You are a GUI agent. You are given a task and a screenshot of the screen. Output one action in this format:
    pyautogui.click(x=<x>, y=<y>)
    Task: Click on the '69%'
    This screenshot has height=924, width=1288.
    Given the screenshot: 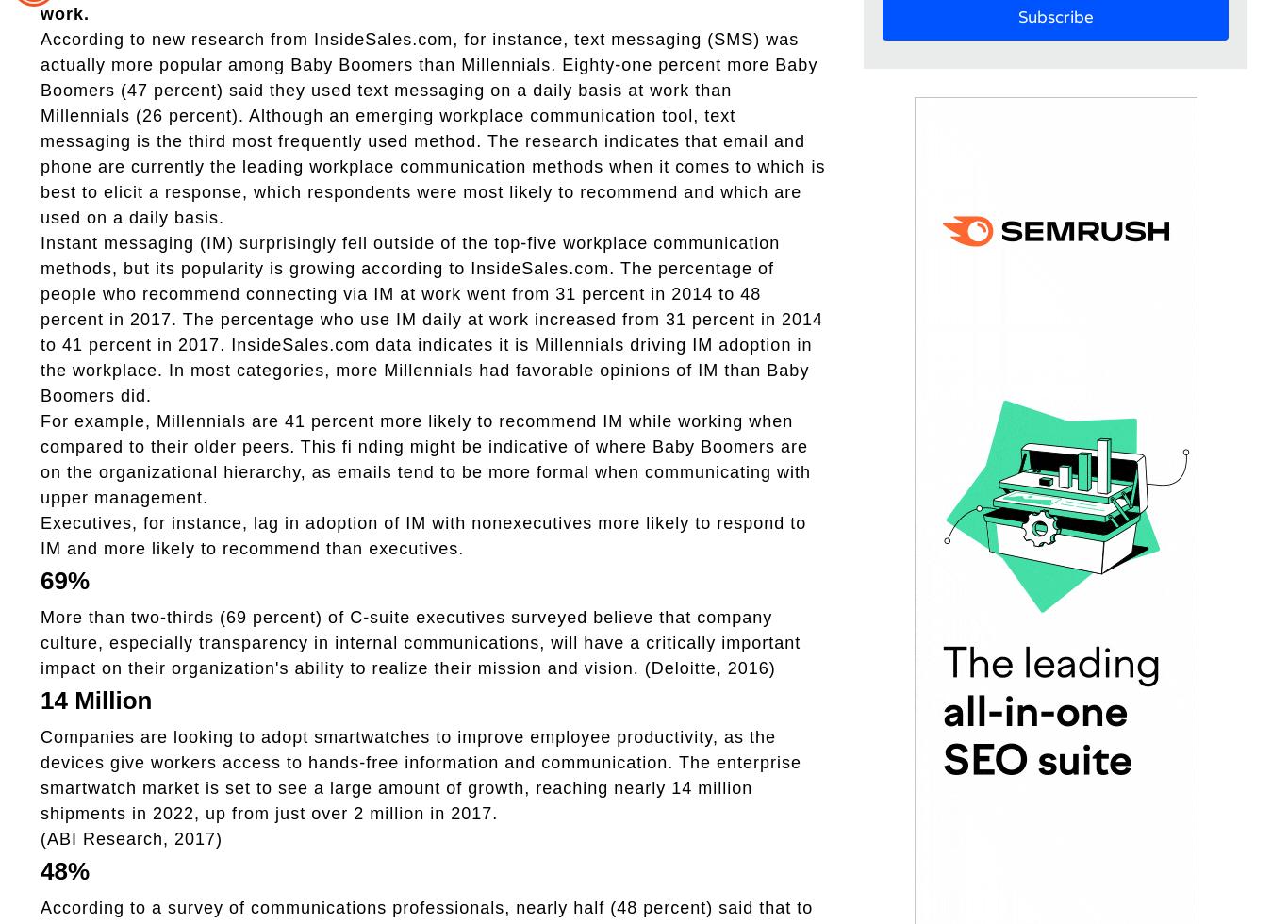 What is the action you would take?
    pyautogui.click(x=64, y=580)
    